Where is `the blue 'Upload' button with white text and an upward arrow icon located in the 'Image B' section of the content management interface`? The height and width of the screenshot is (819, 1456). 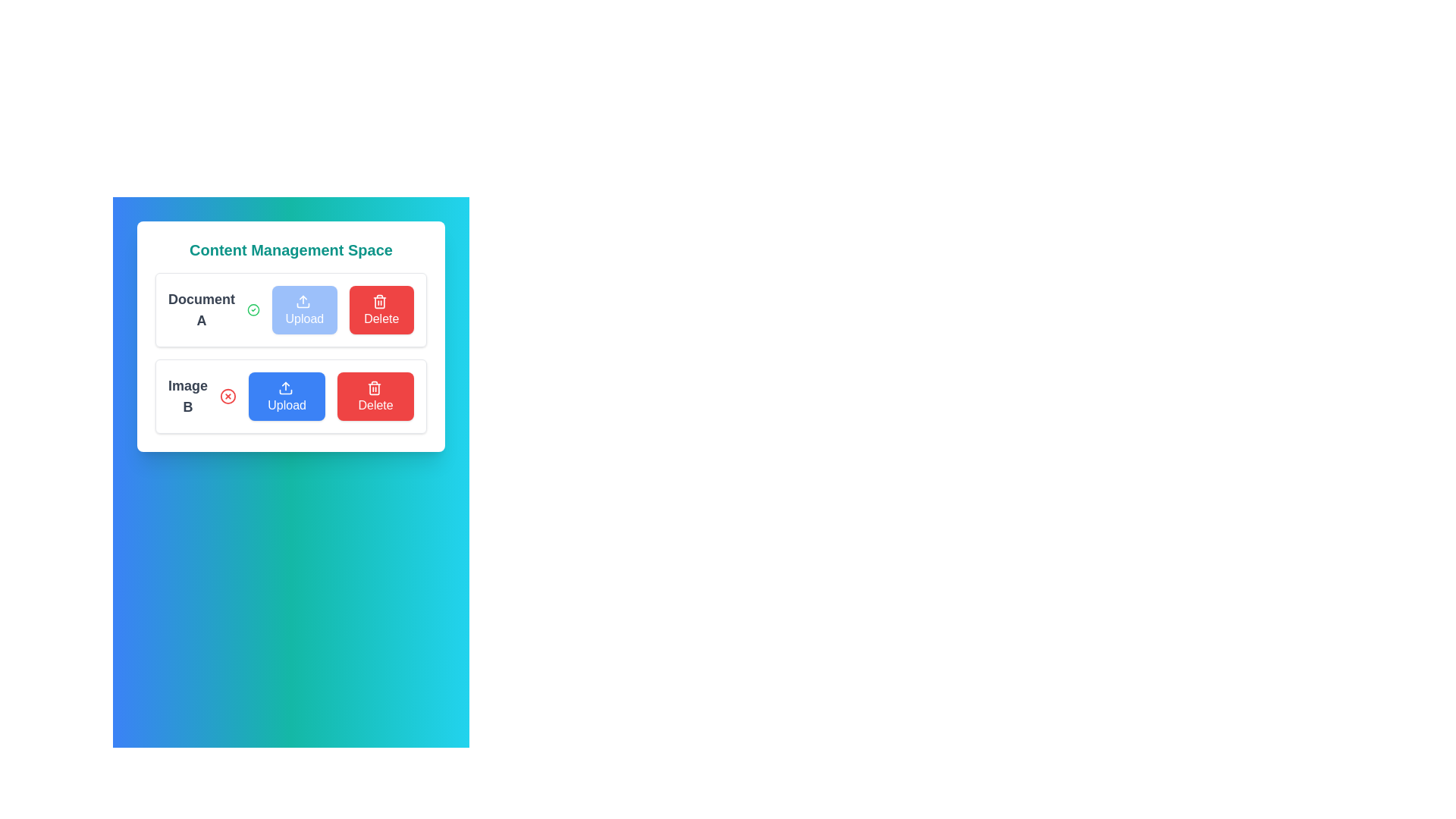 the blue 'Upload' button with white text and an upward arrow icon located in the 'Image B' section of the content management interface is located at coordinates (291, 396).